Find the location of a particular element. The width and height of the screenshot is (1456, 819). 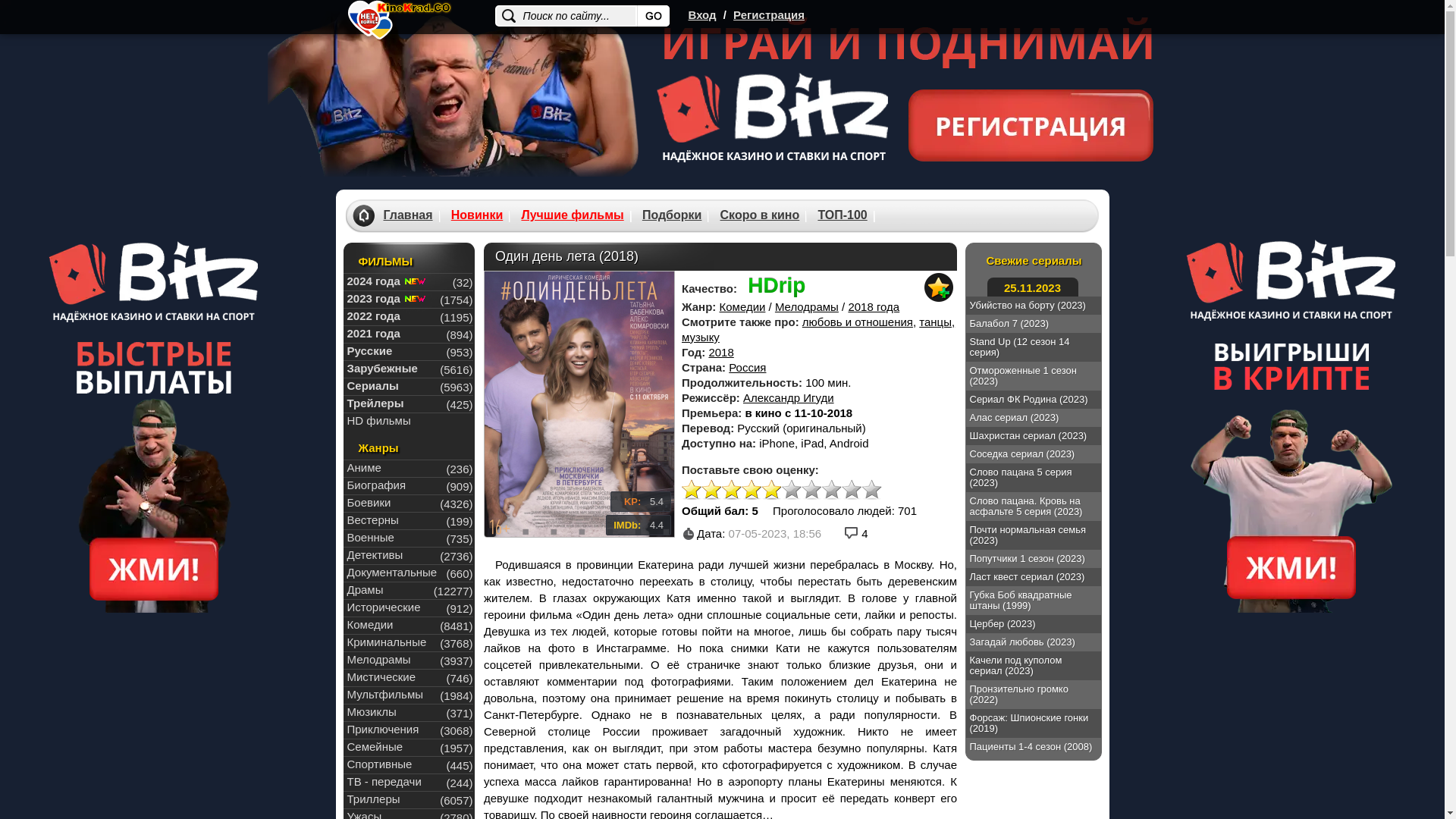

'5' is located at coordinates (771, 489).